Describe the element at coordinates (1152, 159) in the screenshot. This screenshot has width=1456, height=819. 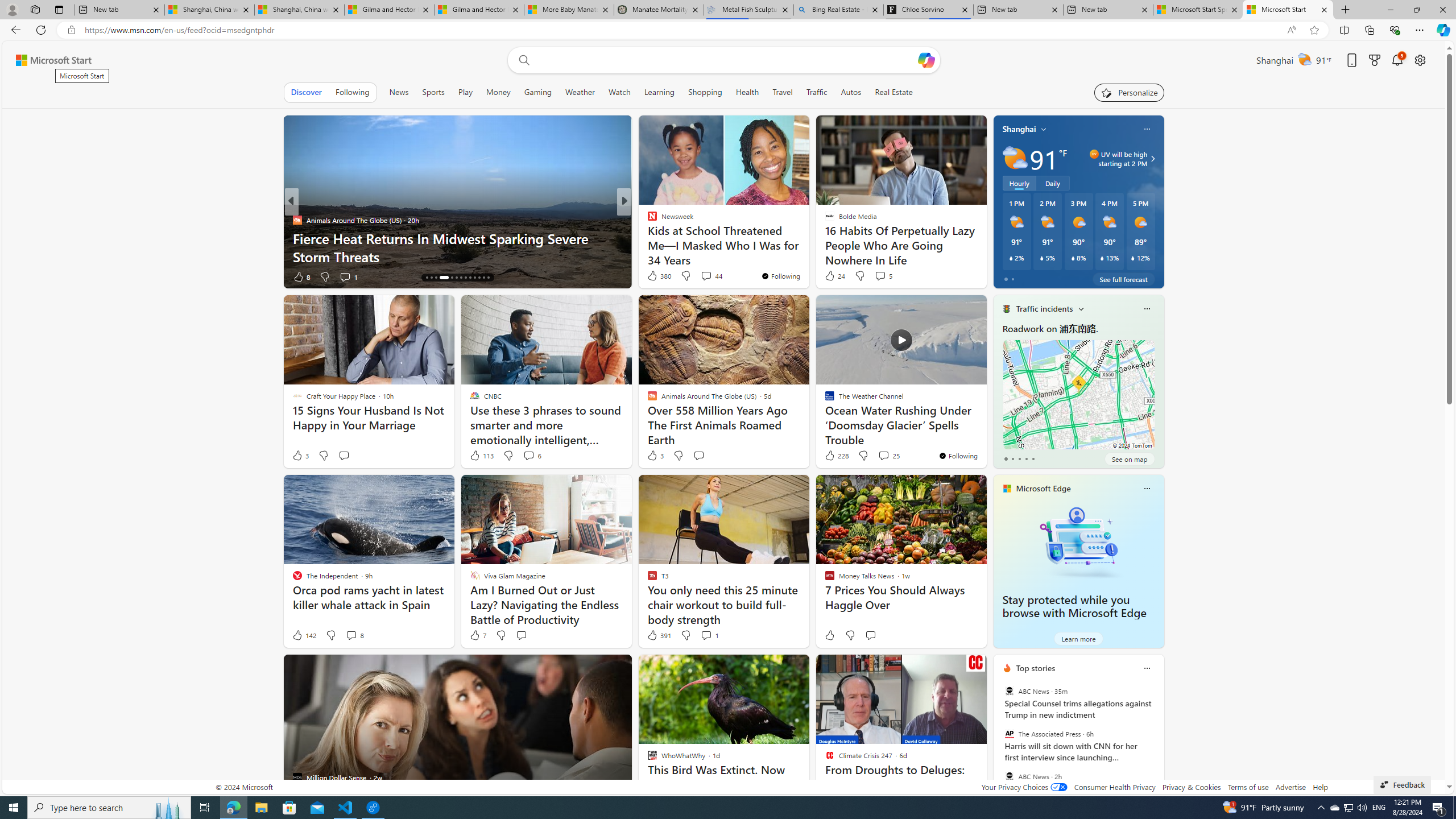
I see `'Class: weather-arrow-glyph'` at that location.